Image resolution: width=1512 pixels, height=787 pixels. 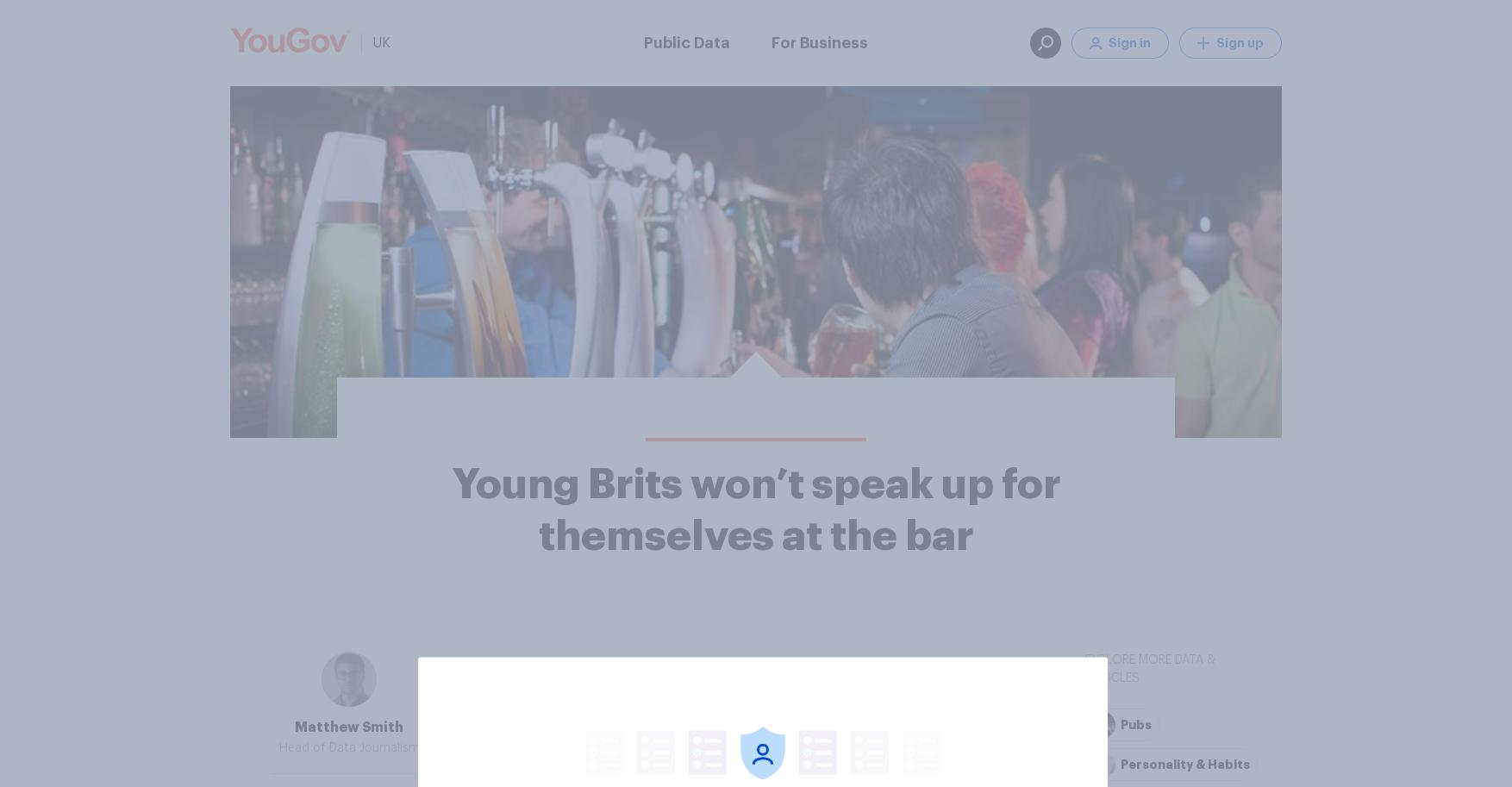 What do you see at coordinates (820, 41) in the screenshot?
I see `'For Business'` at bounding box center [820, 41].